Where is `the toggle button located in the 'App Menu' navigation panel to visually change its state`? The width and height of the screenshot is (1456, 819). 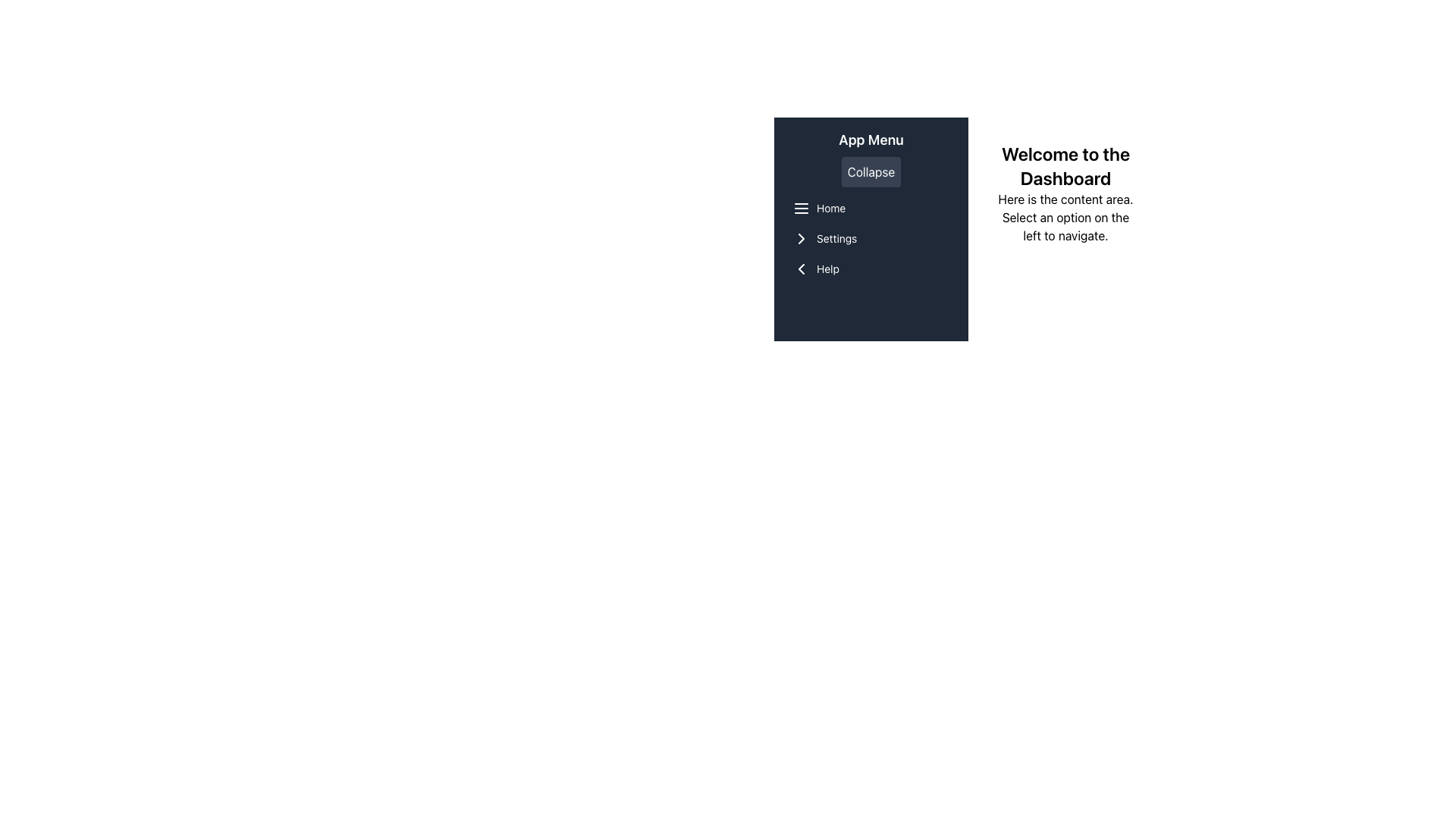
the toggle button located in the 'App Menu' navigation panel to visually change its state is located at coordinates (871, 171).